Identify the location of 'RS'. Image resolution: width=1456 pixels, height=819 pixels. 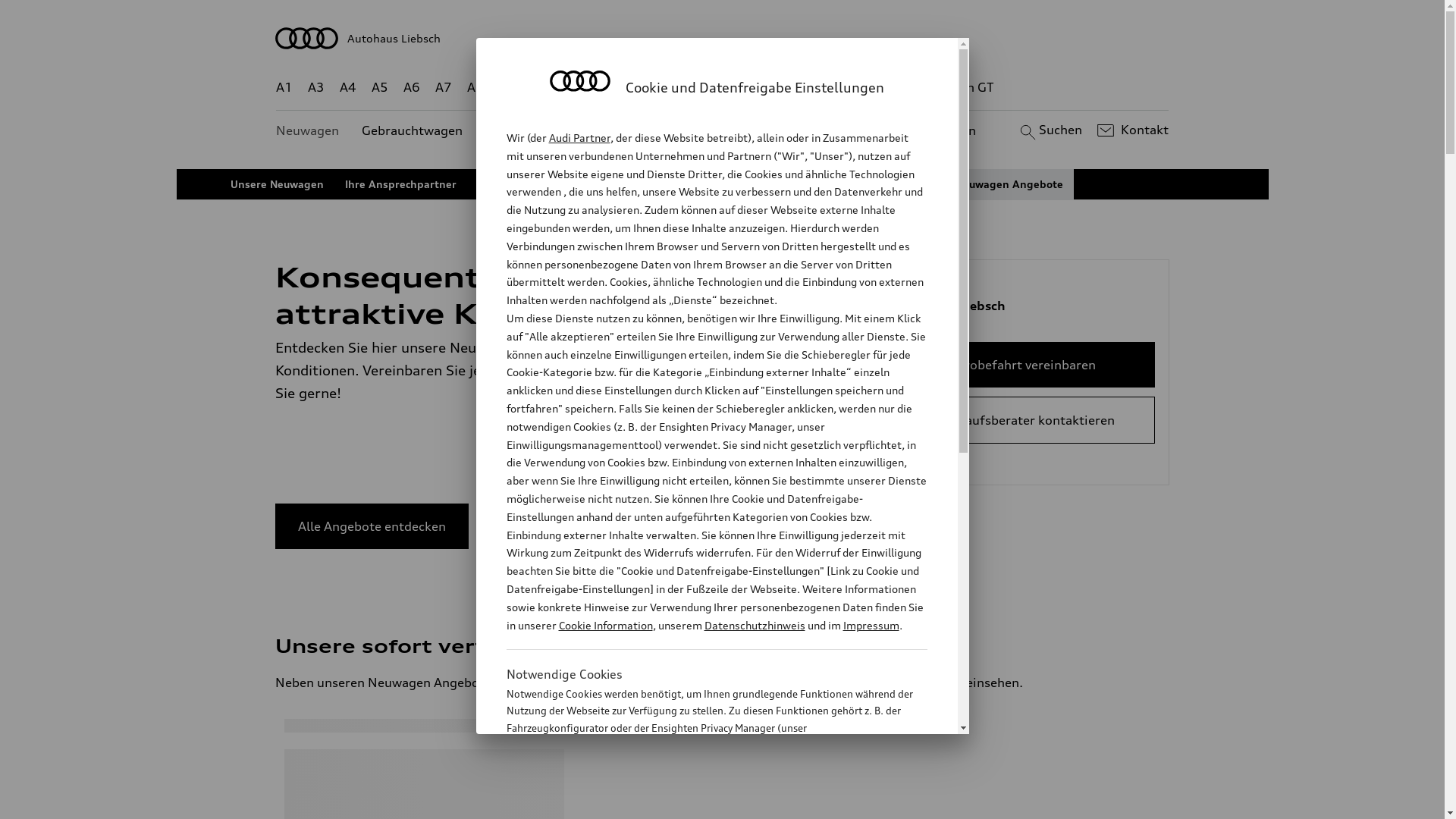
(852, 87).